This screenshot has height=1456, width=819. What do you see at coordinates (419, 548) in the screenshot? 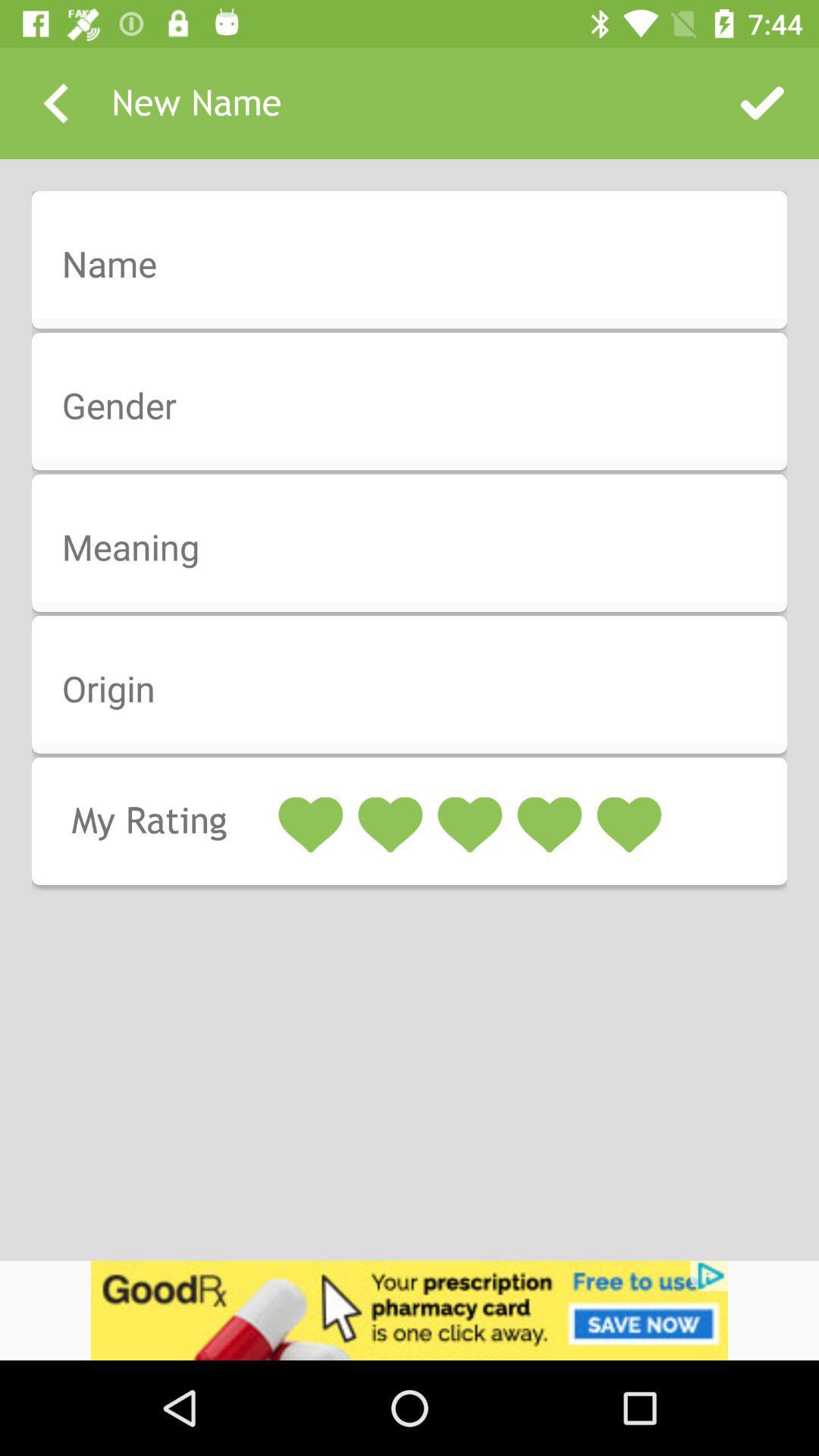
I see `meaning page` at bounding box center [419, 548].